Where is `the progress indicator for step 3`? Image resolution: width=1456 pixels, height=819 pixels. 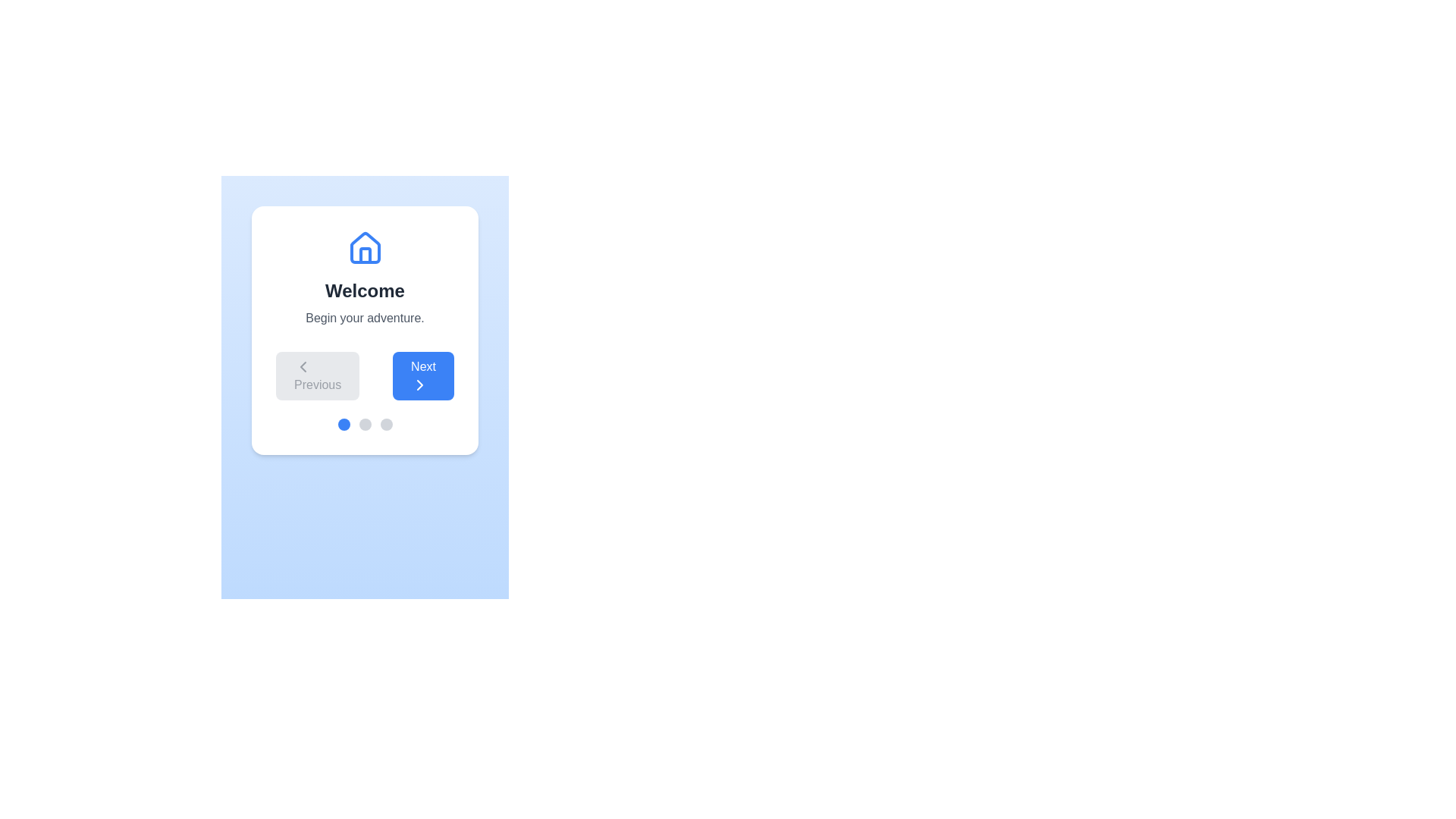
the progress indicator for step 3 is located at coordinates (386, 424).